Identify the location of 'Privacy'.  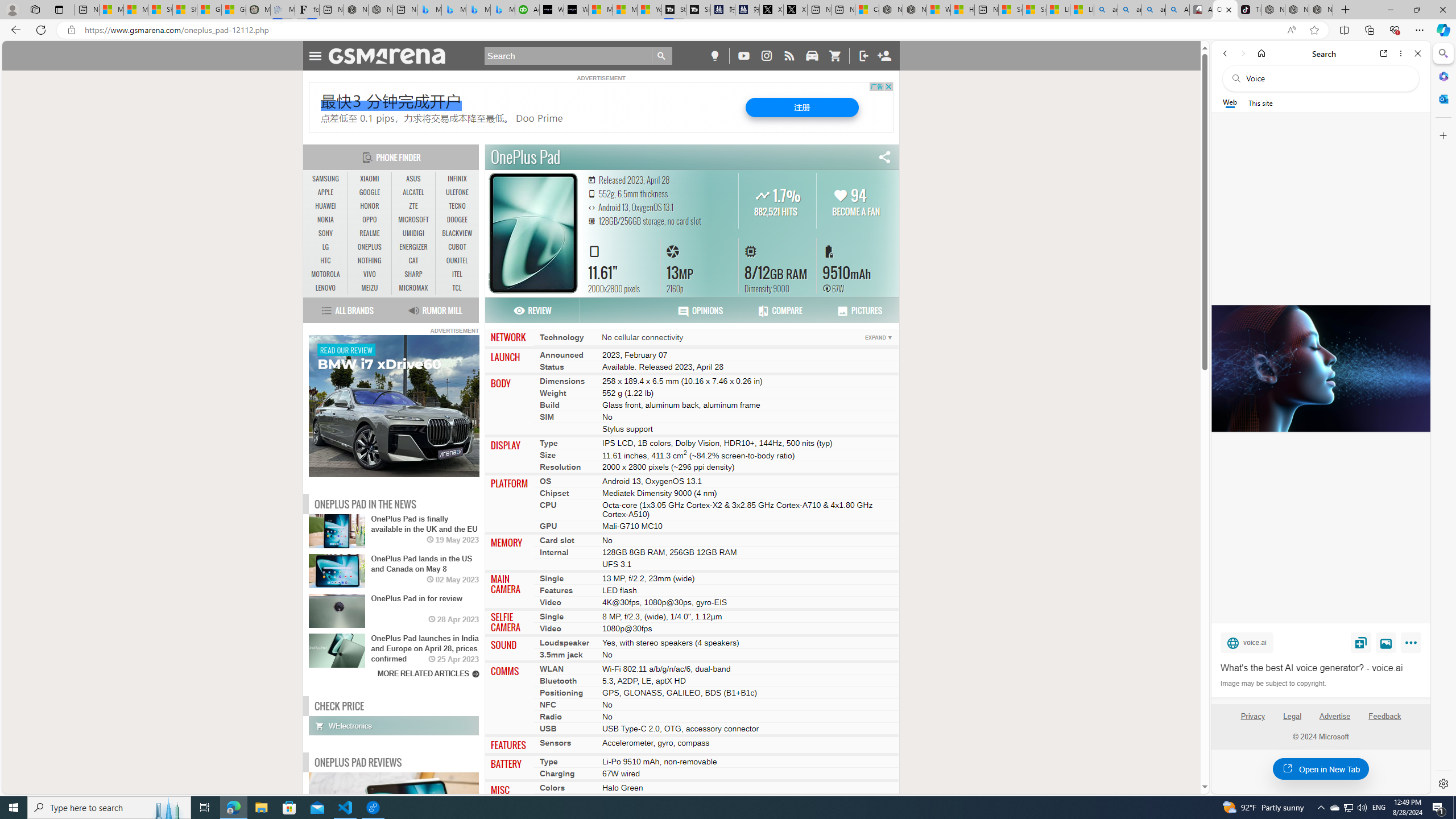
(1252, 716).